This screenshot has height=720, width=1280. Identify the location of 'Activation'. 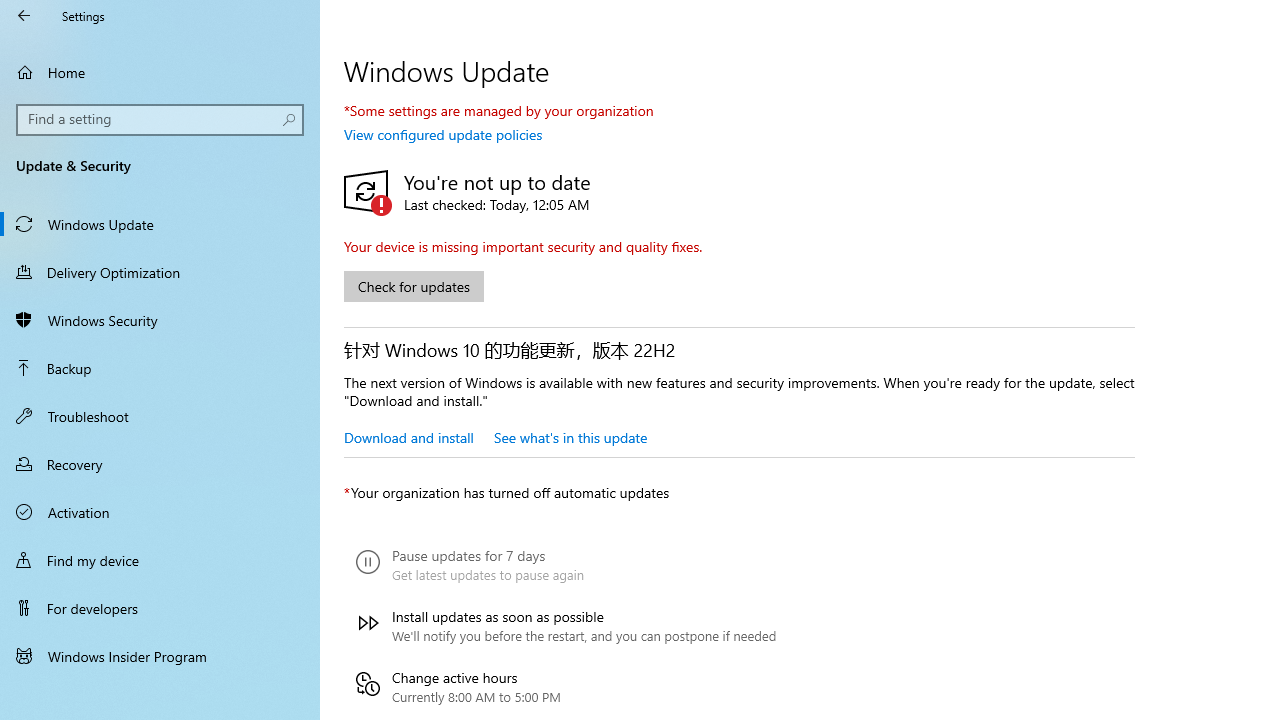
(160, 510).